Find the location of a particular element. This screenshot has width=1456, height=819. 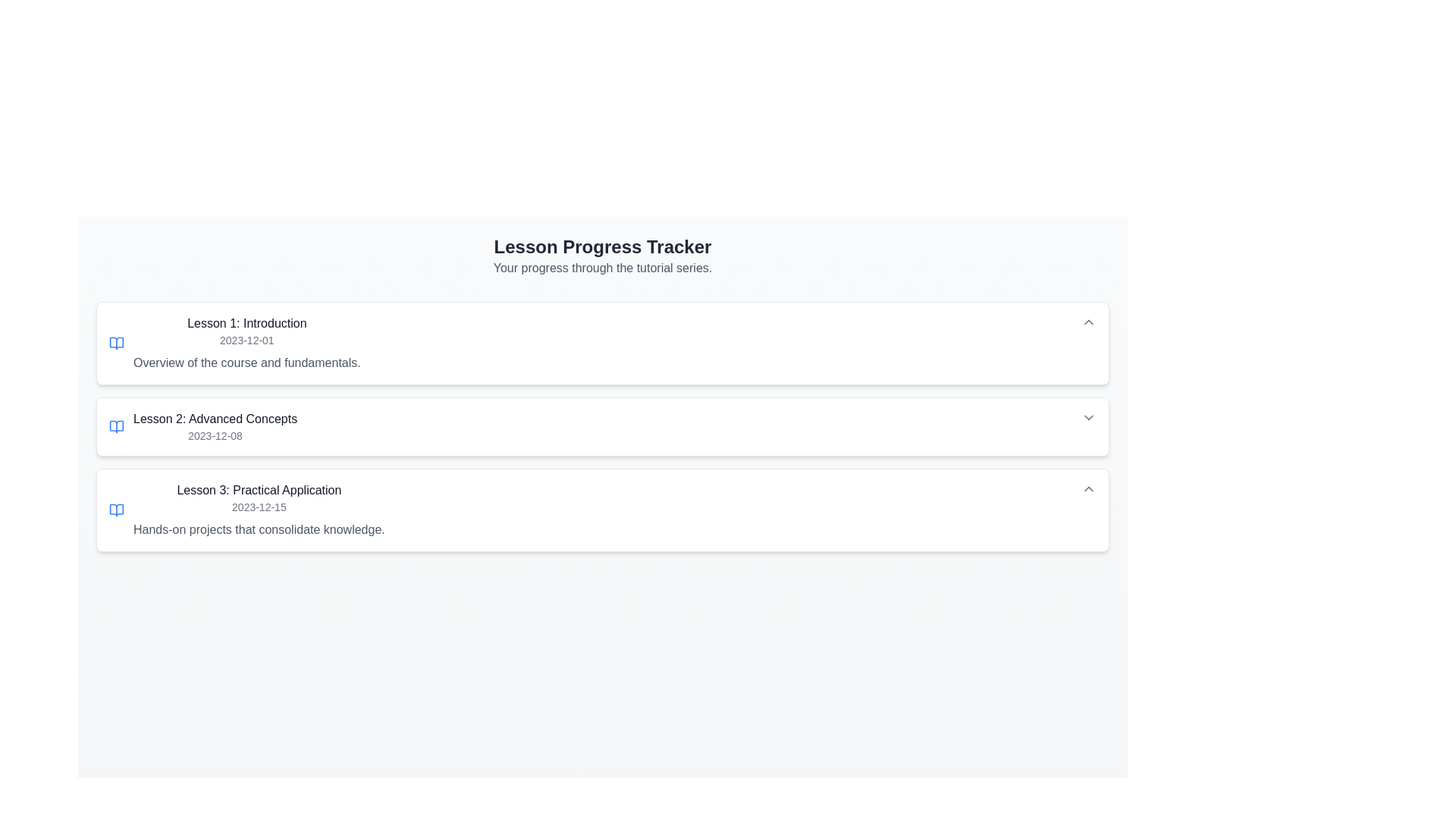

the arrow-shaped dropdown toggle button located at the right end of the 'Lesson 2: Advanced Concepts' section is located at coordinates (1087, 418).